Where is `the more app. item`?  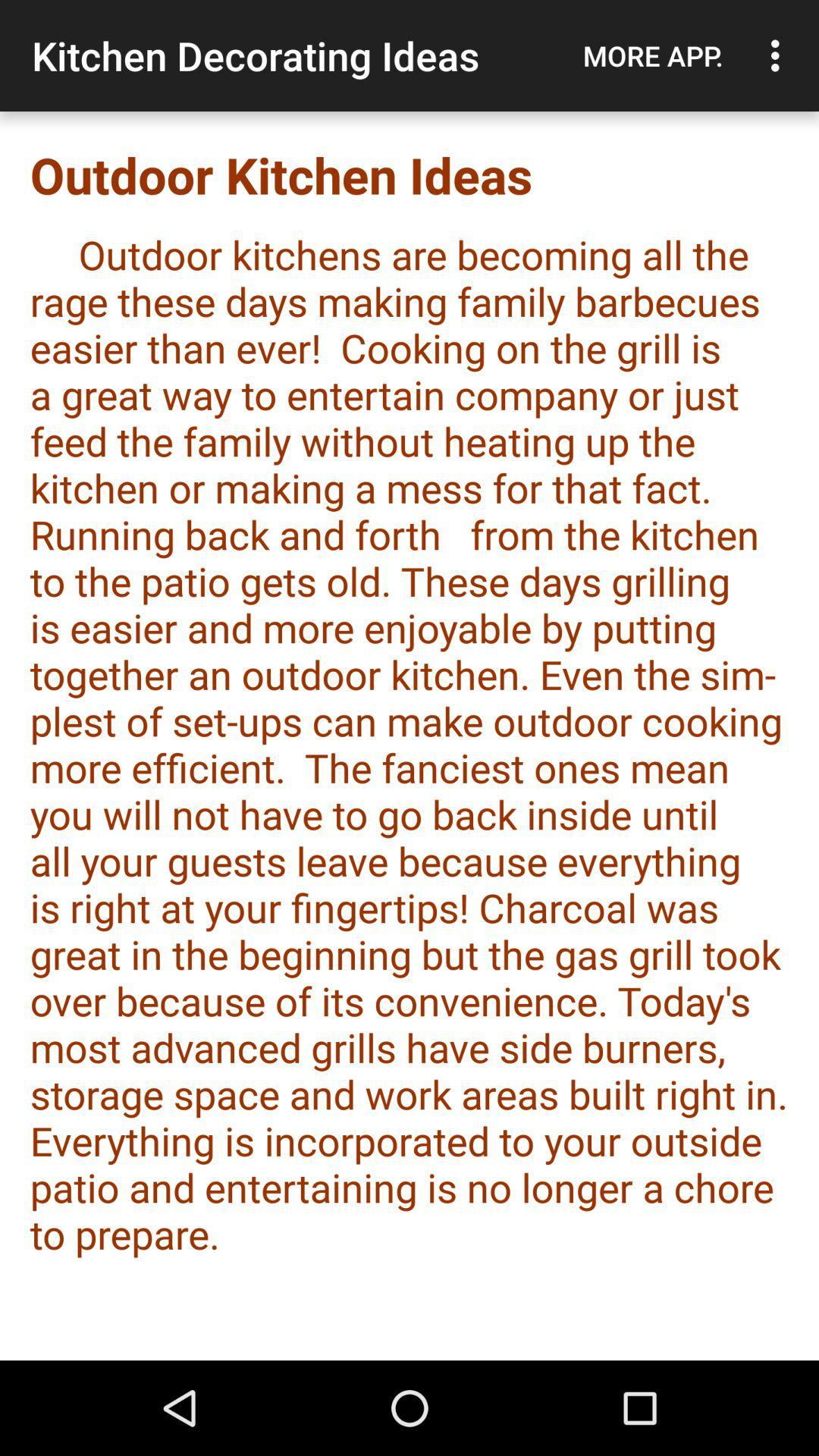 the more app. item is located at coordinates (652, 55).